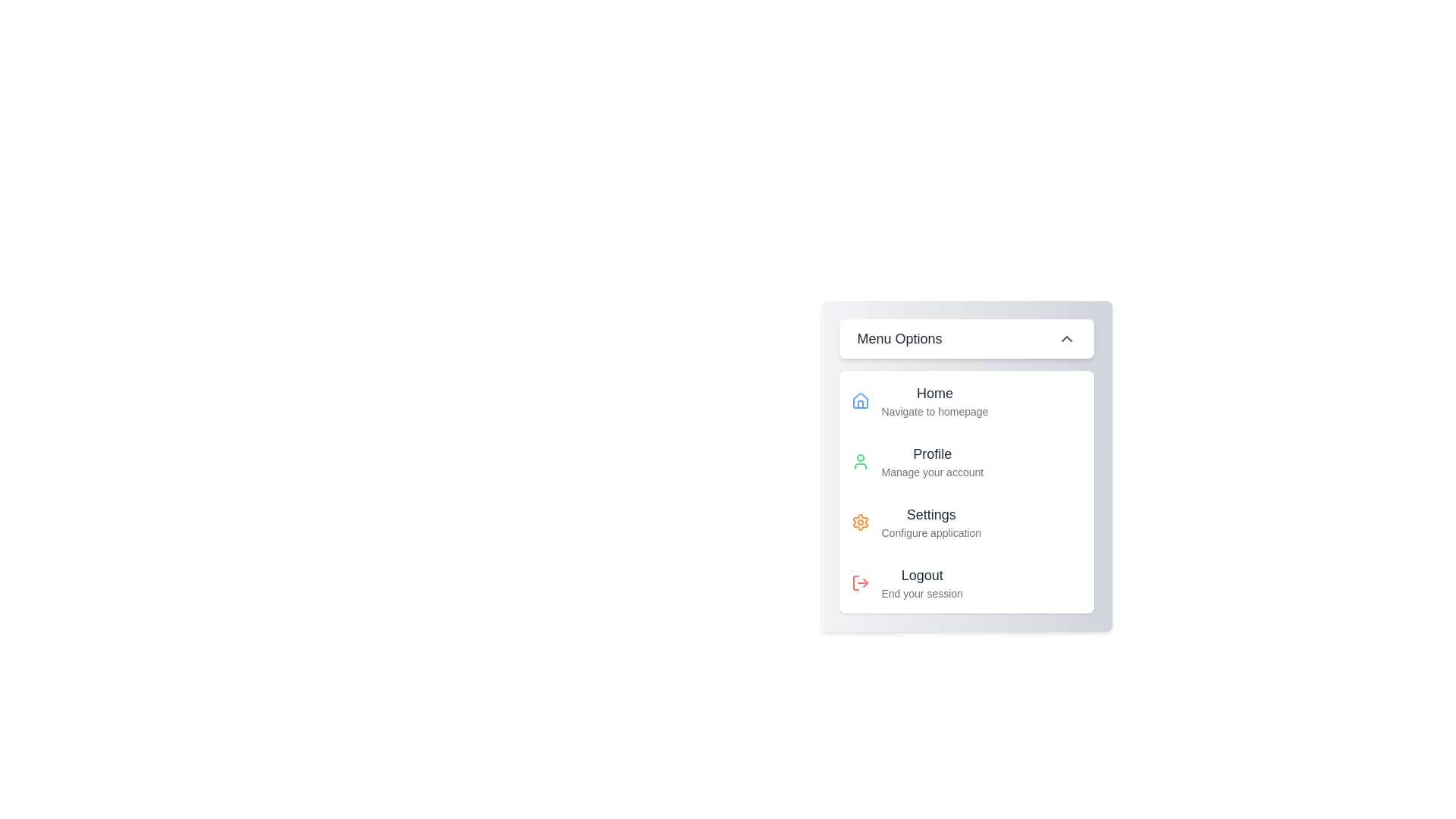  Describe the element at coordinates (1065, 338) in the screenshot. I see `the Chevron up icon button` at that location.